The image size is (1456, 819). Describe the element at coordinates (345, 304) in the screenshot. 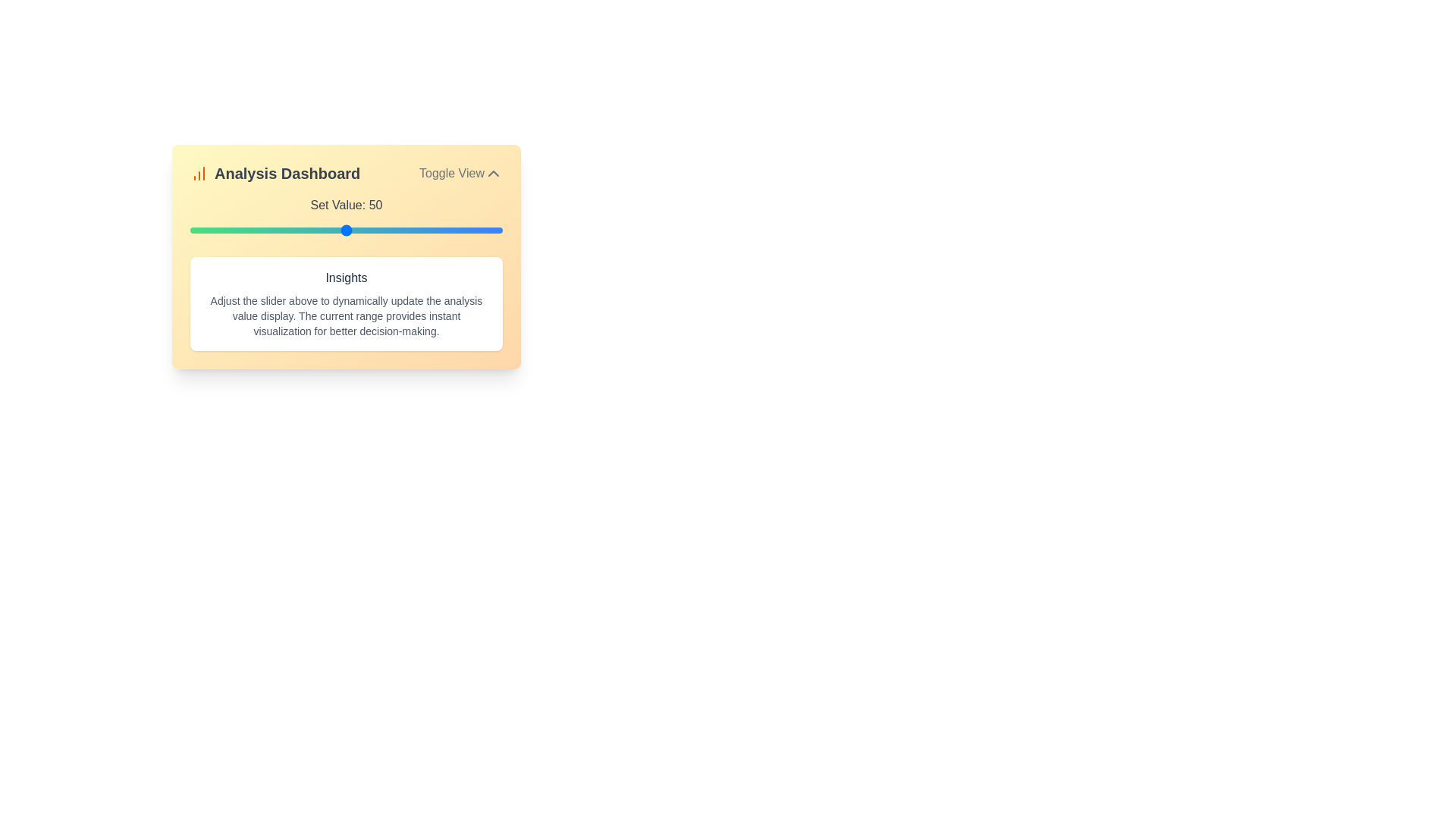

I see `the text content of the insights box` at that location.